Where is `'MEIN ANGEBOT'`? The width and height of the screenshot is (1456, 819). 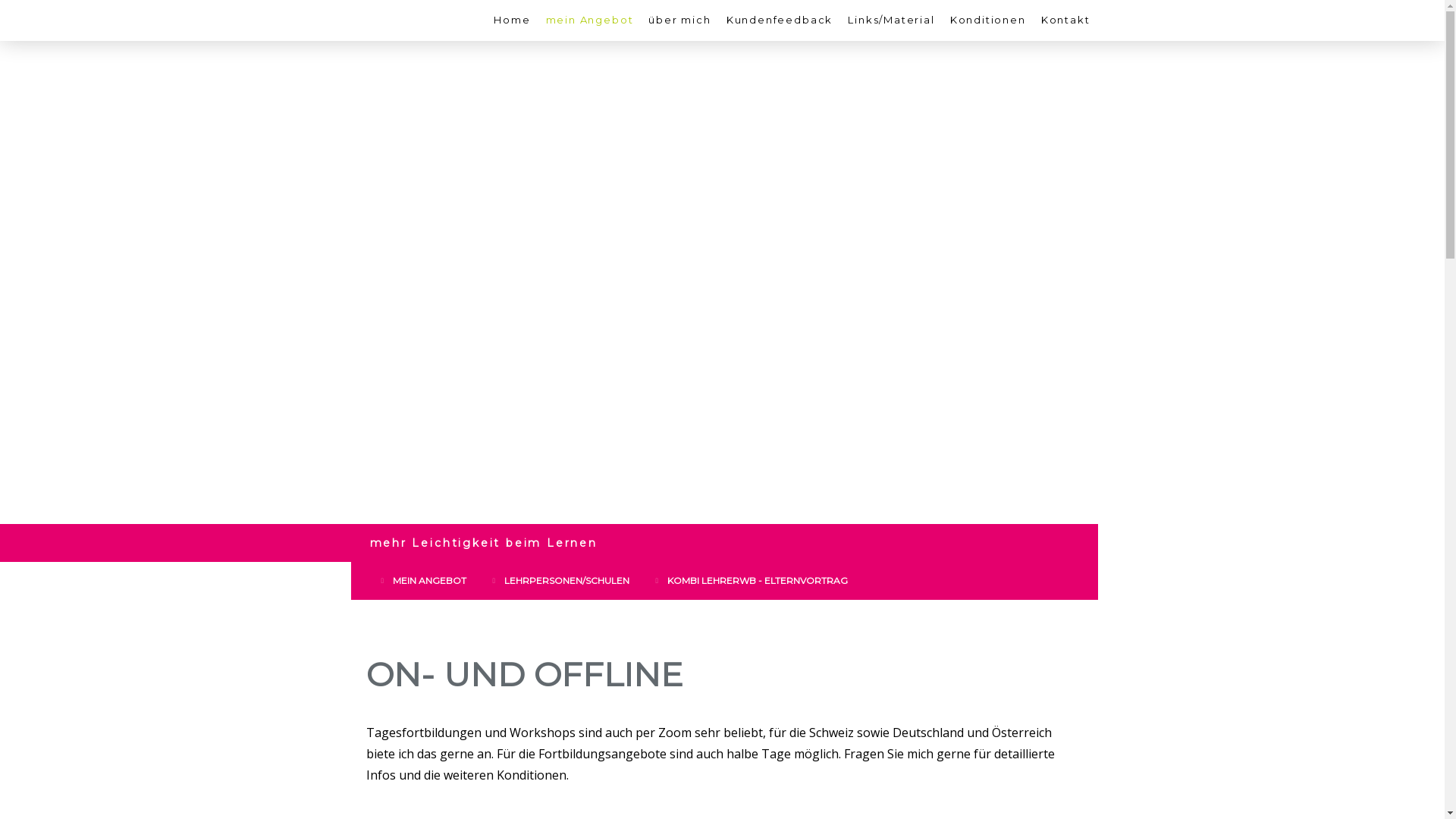
'MEIN ANGEBOT' is located at coordinates (425, 580).